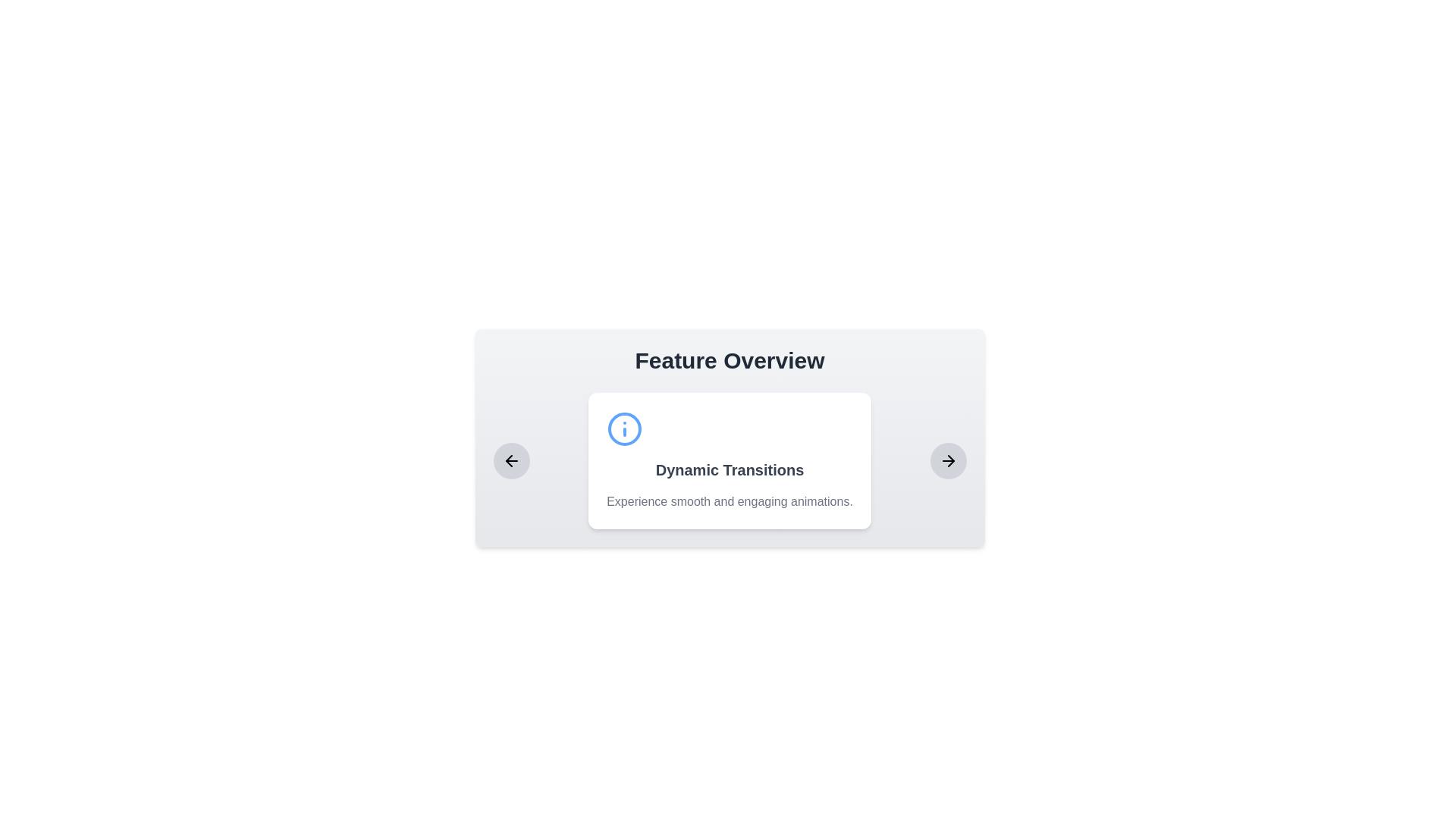 Image resolution: width=1456 pixels, height=819 pixels. What do you see at coordinates (947, 460) in the screenshot?
I see `the right-pointing arrow icon located within a small circular button on the far right of the feature overview card` at bounding box center [947, 460].